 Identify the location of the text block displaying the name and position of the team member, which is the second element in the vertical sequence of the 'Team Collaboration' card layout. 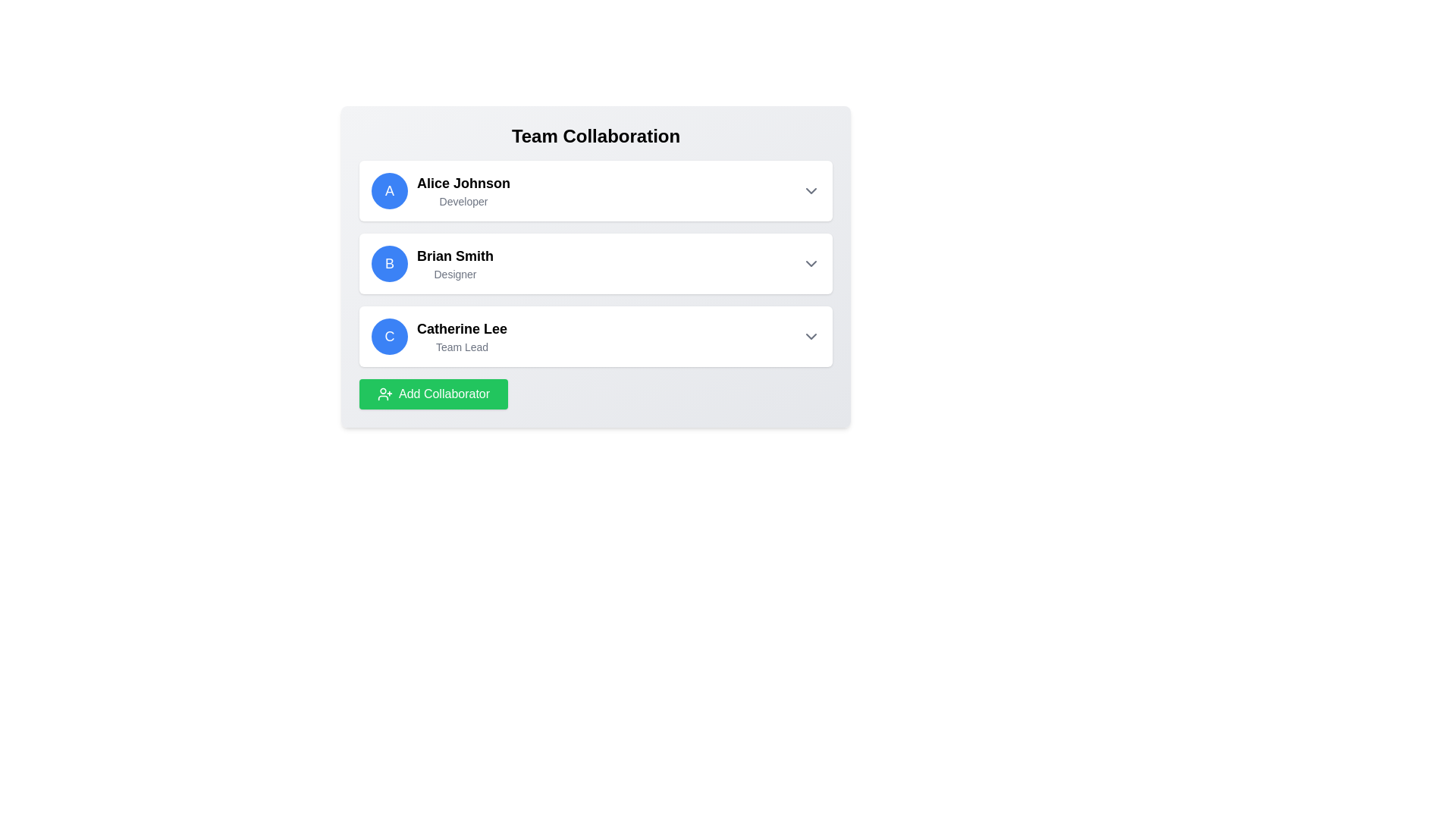
(454, 262).